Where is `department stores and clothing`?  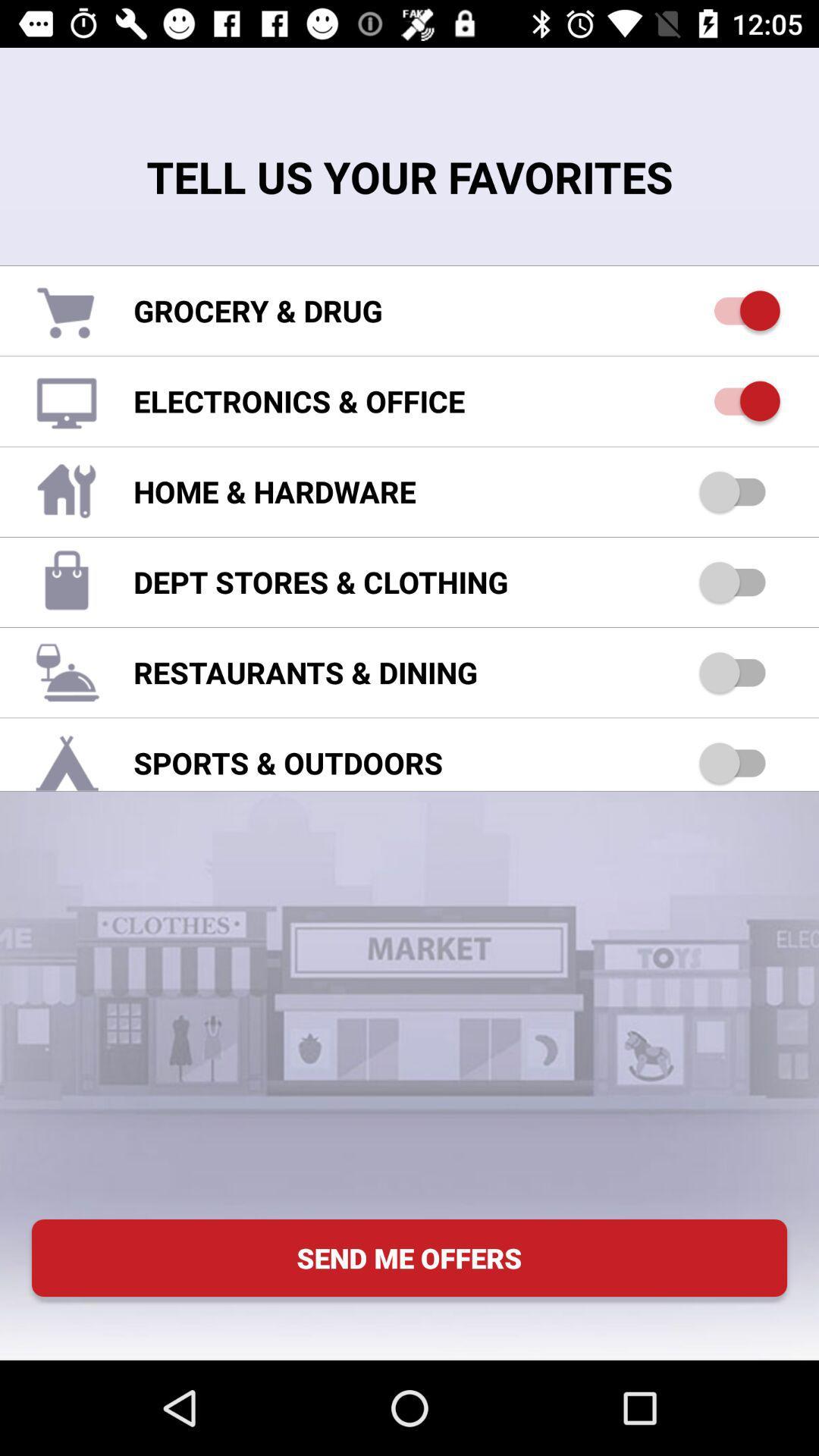 department stores and clothing is located at coordinates (739, 581).